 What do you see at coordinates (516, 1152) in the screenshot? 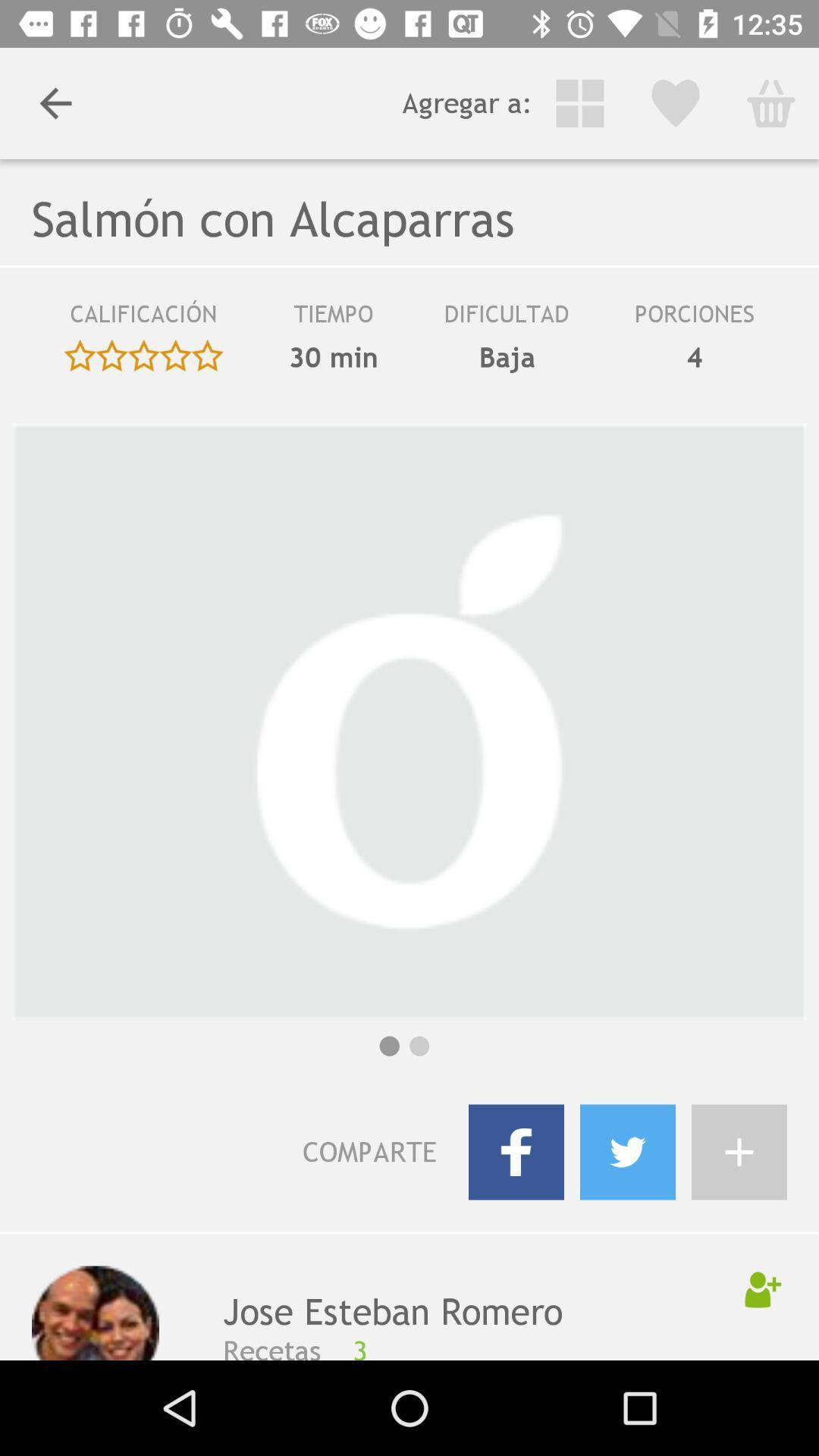
I see `facebook` at bounding box center [516, 1152].